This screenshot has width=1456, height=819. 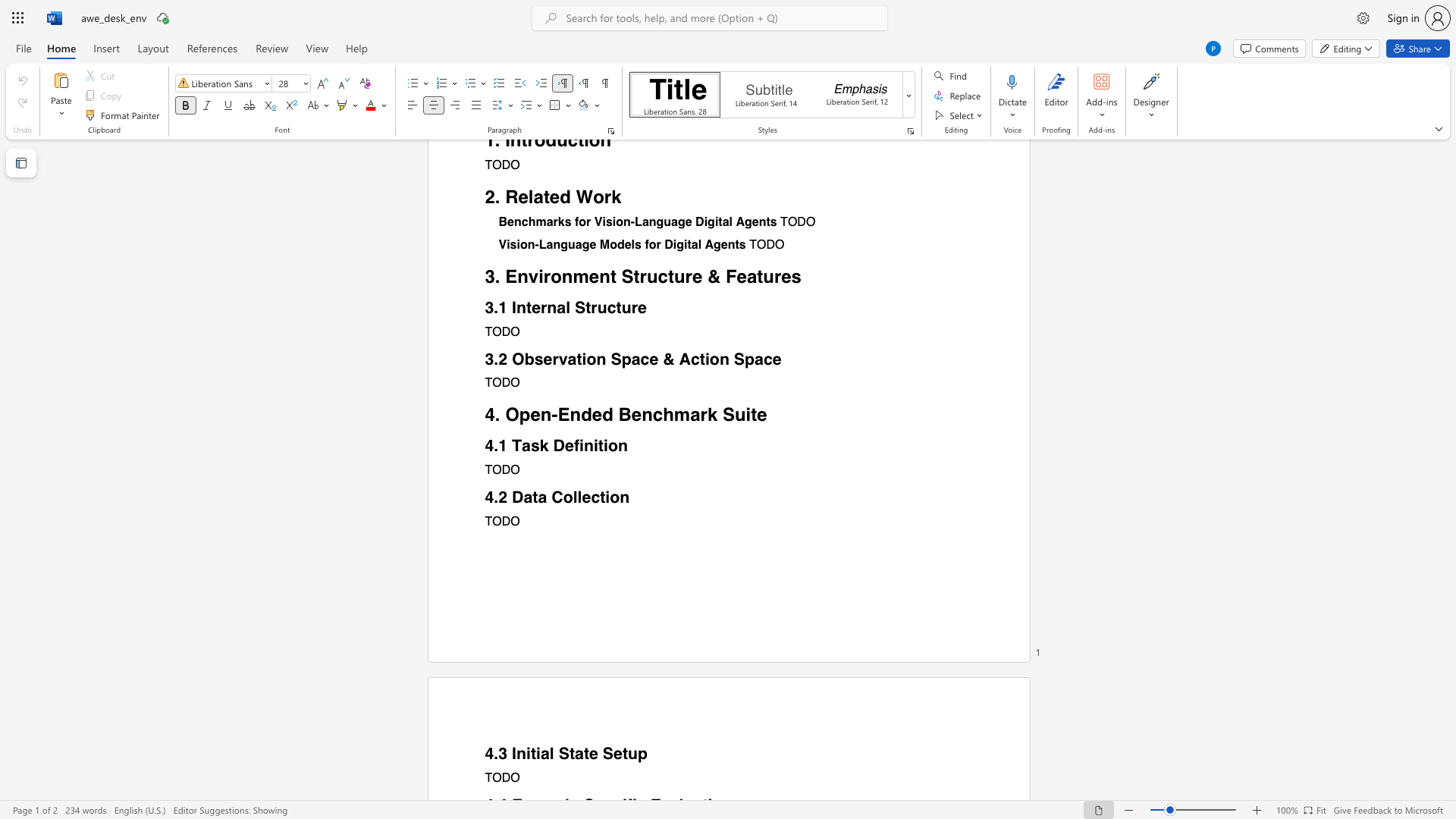 What do you see at coordinates (610, 497) in the screenshot?
I see `the subset text "on" within the text "4.2 Data Collection"` at bounding box center [610, 497].